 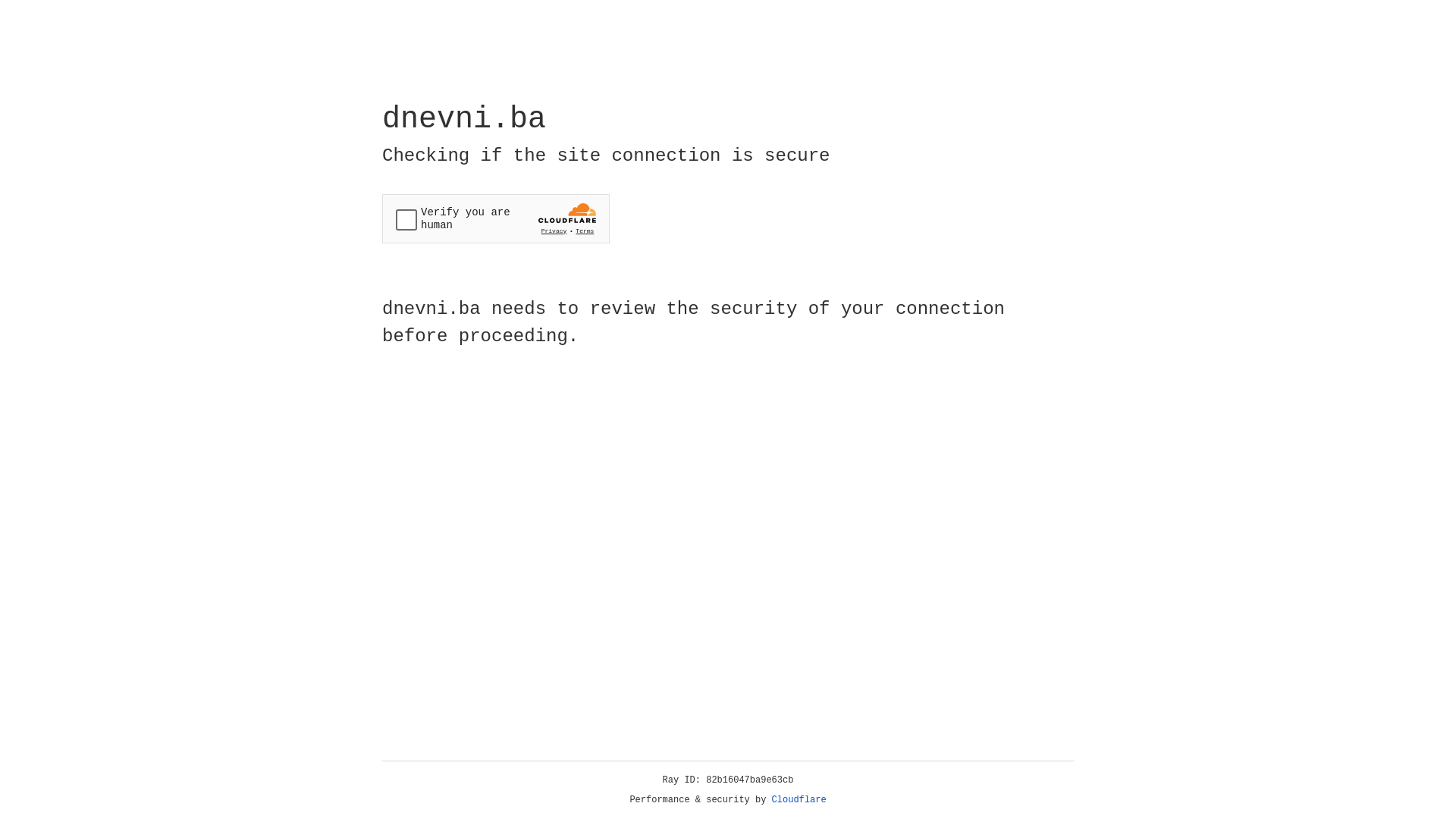 What do you see at coordinates (771, 799) in the screenshot?
I see `'Cloudflare'` at bounding box center [771, 799].